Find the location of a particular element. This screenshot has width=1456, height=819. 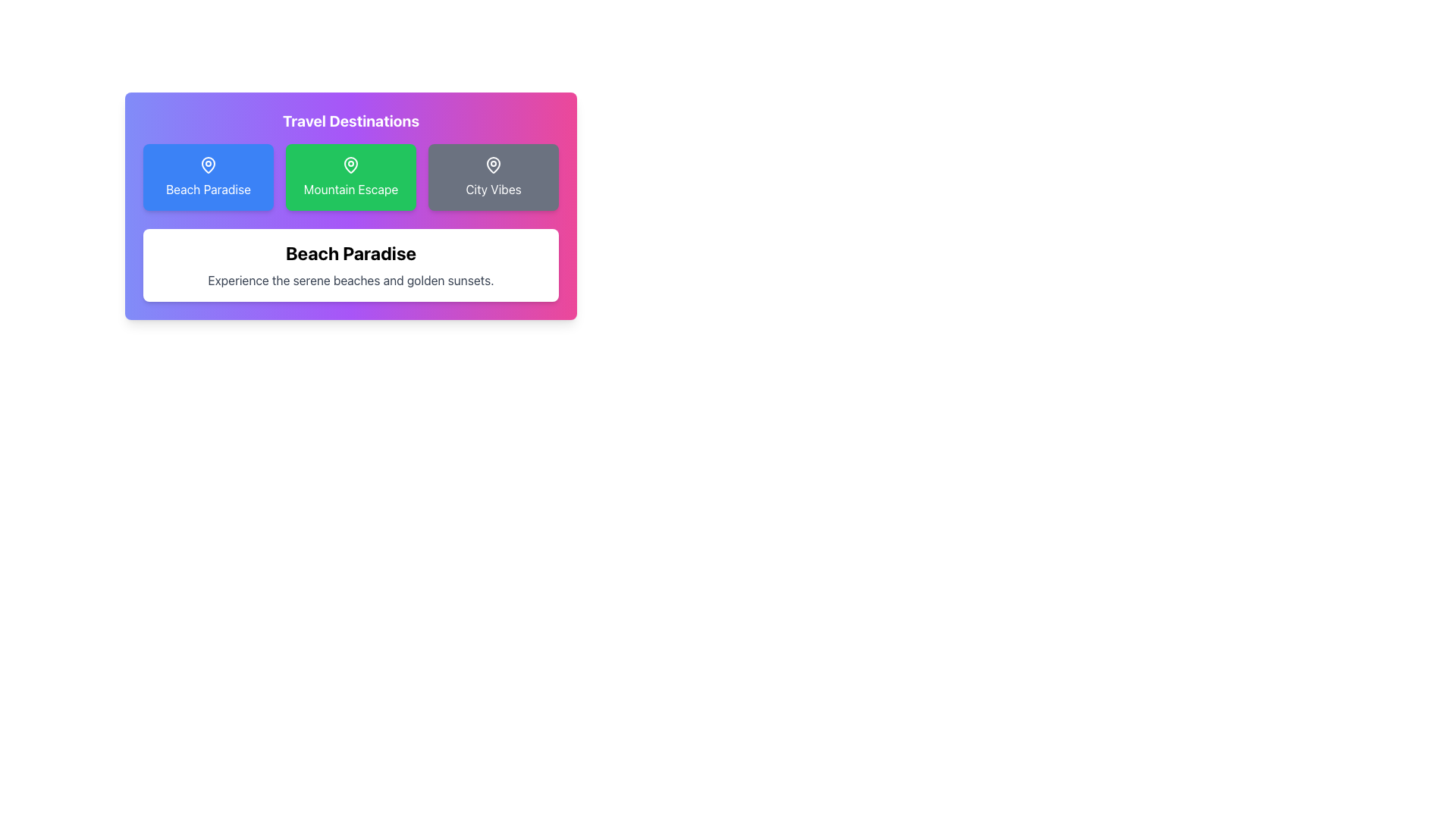

bold headline text 'Travel Destinations' which is styled in white against a gradient background, located at the center top of the themed card is located at coordinates (350, 120).